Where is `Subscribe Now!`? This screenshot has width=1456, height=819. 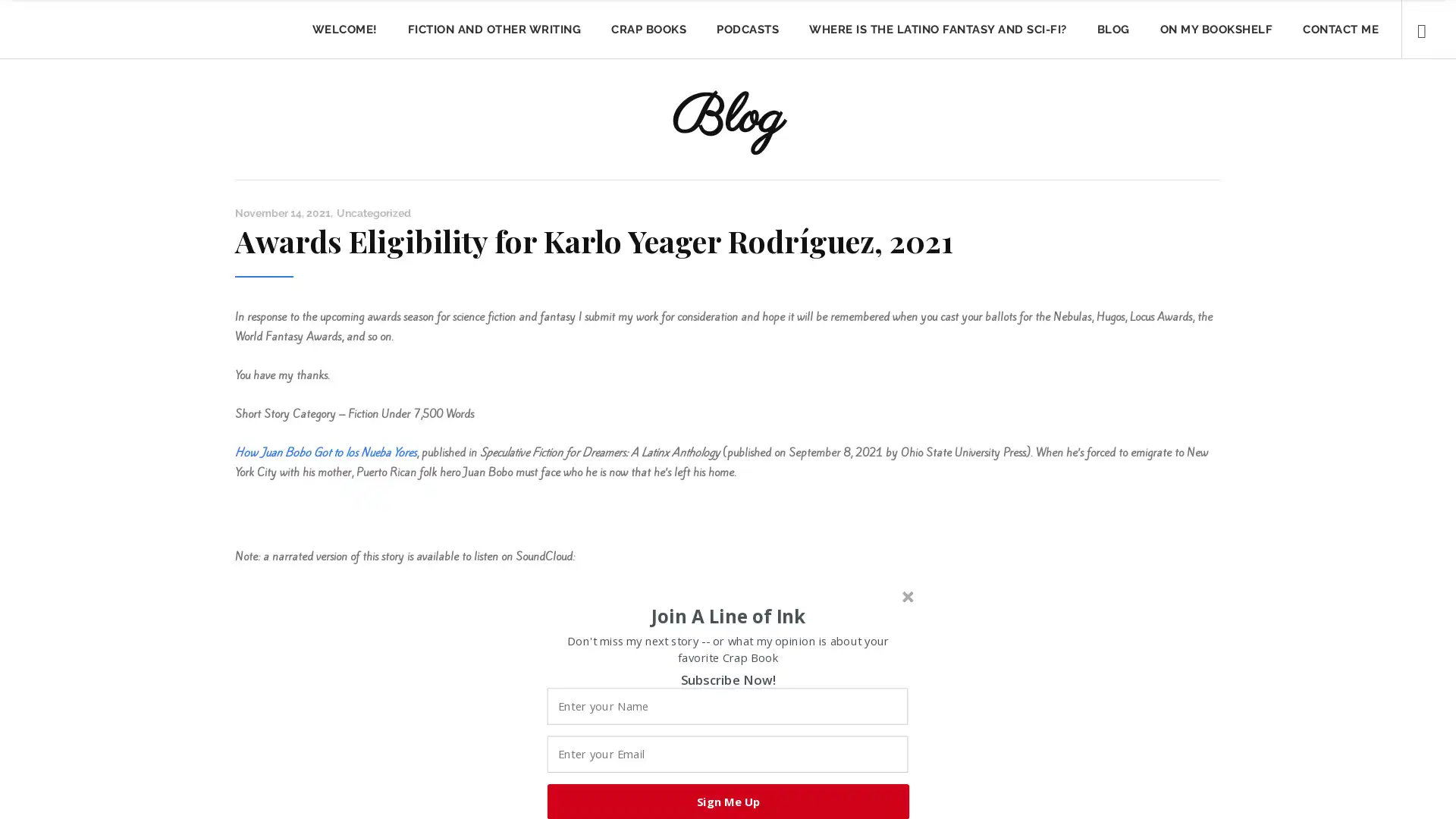
Subscribe Now! is located at coordinates (726, 678).